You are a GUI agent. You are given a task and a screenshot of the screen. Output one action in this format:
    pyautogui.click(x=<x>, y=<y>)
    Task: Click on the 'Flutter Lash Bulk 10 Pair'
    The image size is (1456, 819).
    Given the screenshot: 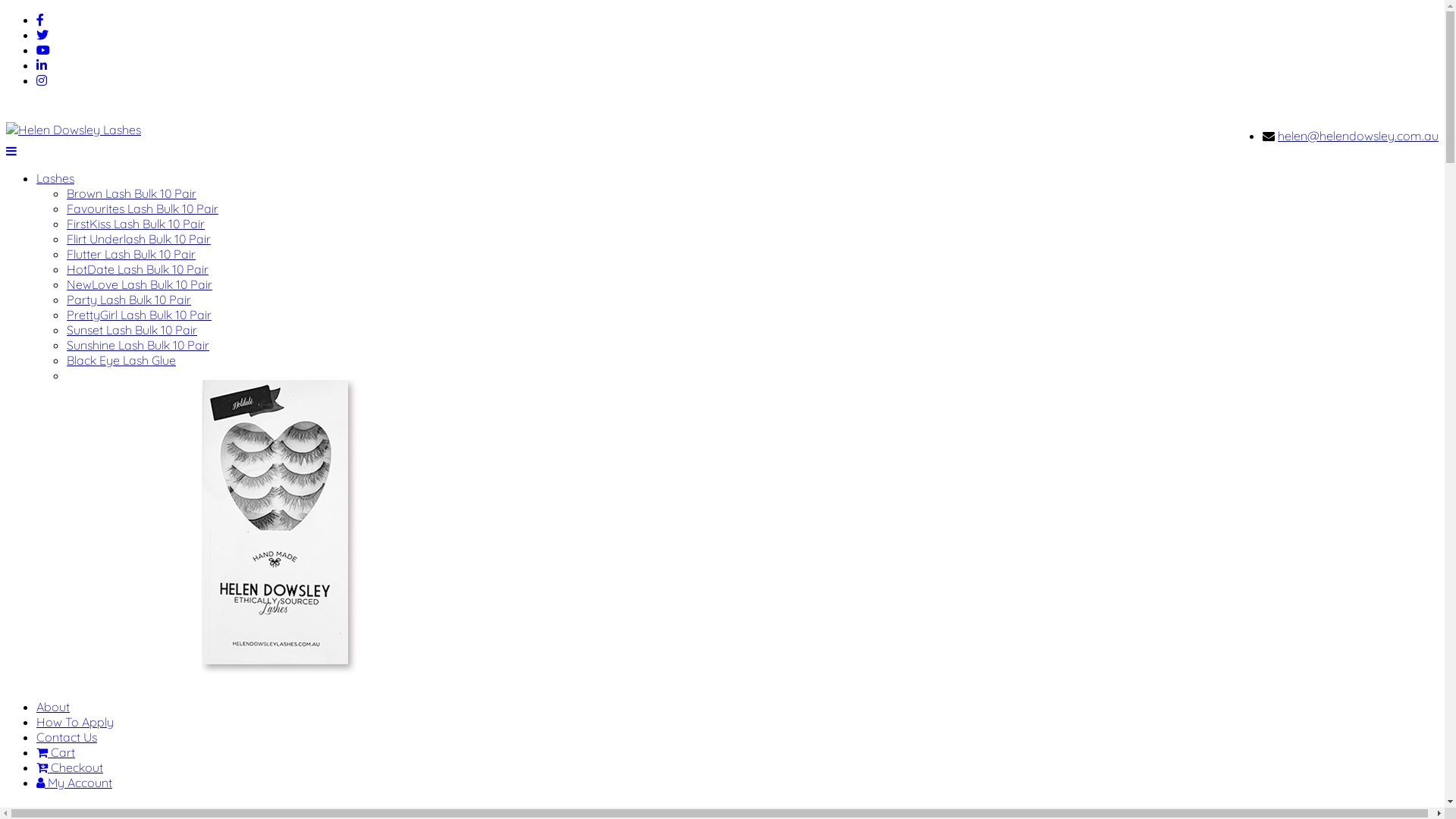 What is the action you would take?
    pyautogui.click(x=130, y=253)
    